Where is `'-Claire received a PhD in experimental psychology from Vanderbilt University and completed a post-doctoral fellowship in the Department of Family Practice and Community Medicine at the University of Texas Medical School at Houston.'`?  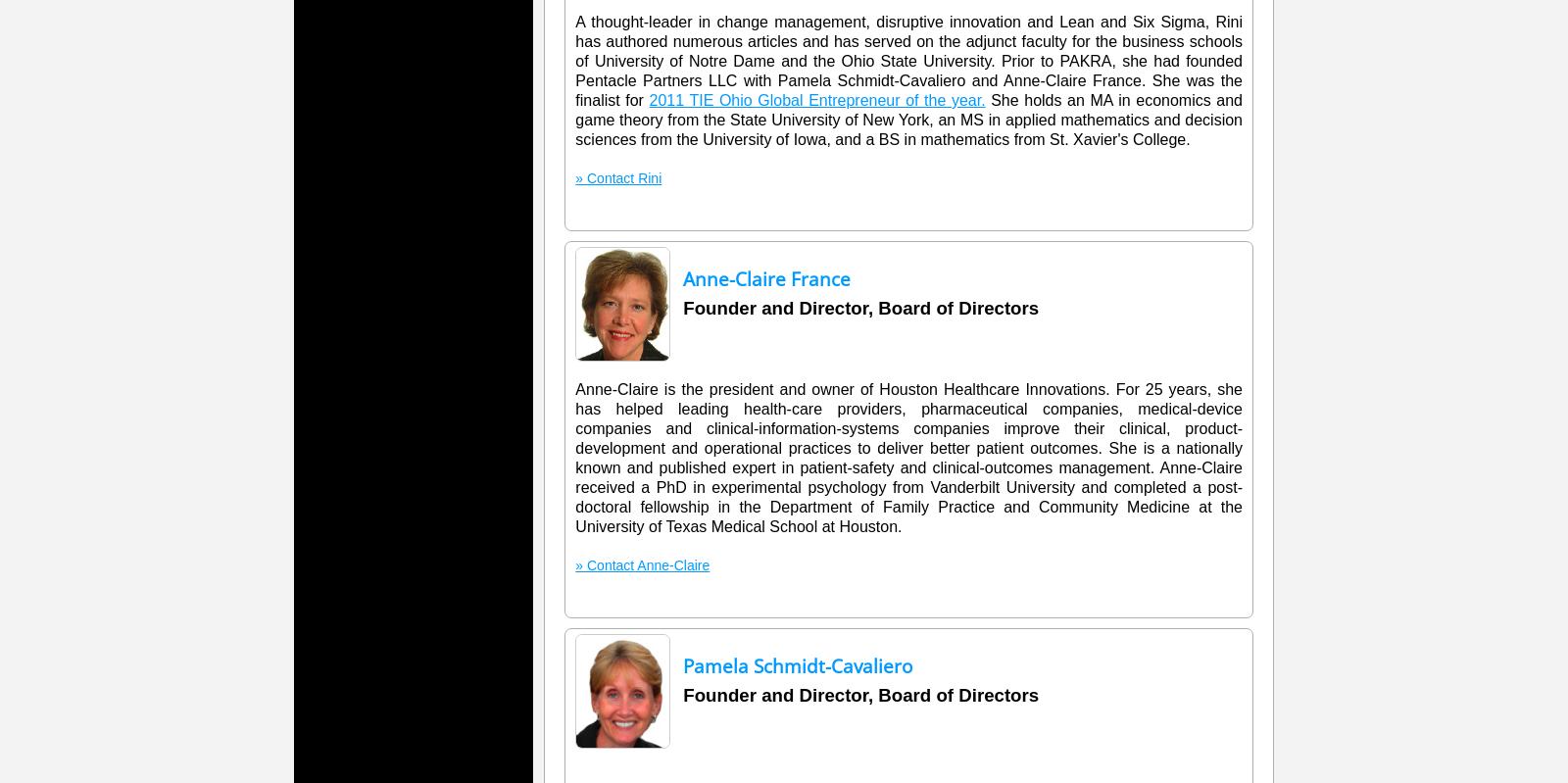
'-Claire received a PhD in experimental psychology from Vanderbilt University and completed a post-doctoral fellowship in the Department of Family Practice and Community Medicine at the University of Texas Medical School at Houston.' is located at coordinates (907, 497).